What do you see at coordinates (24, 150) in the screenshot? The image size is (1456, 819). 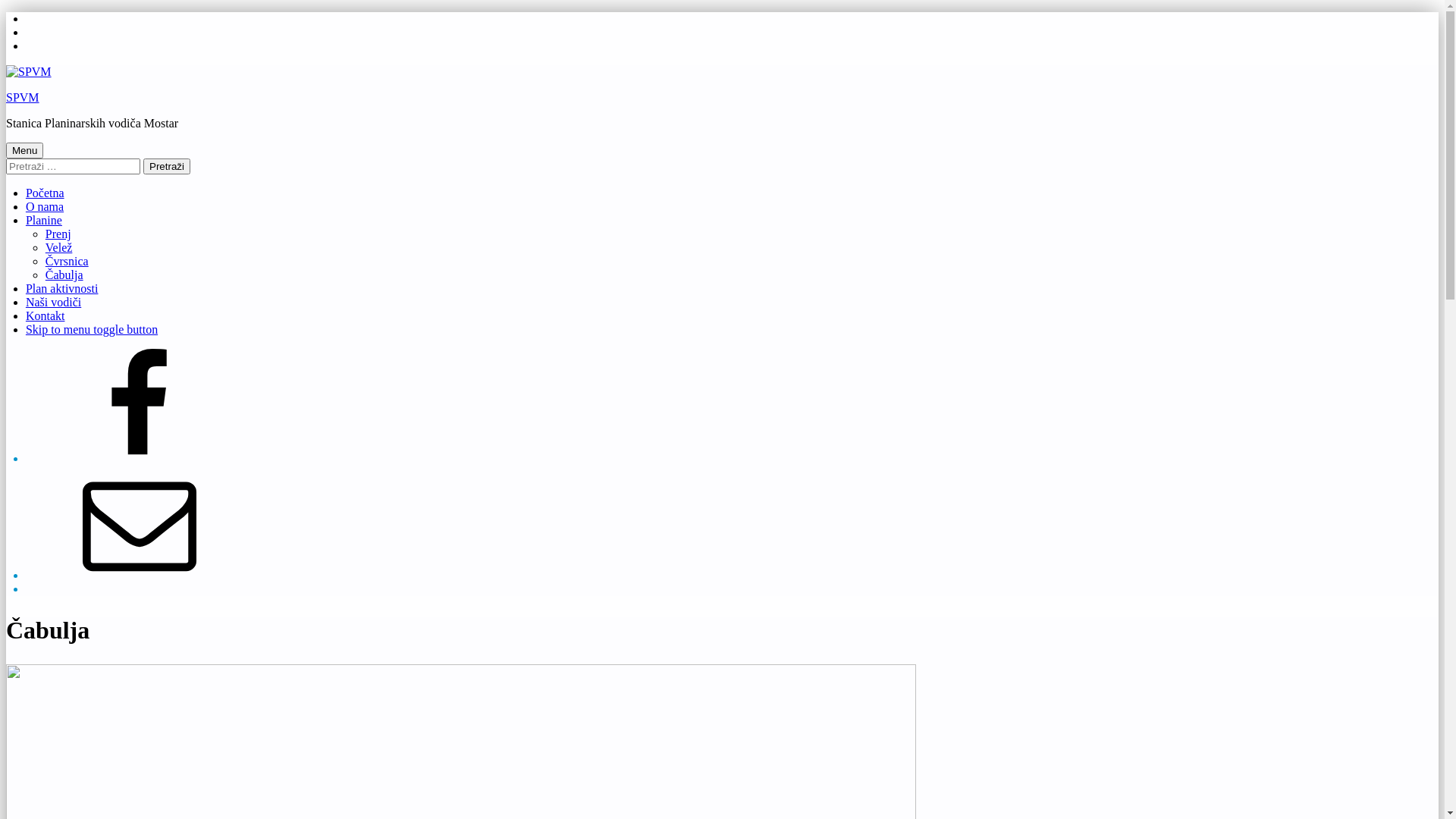 I see `'Menu'` at bounding box center [24, 150].